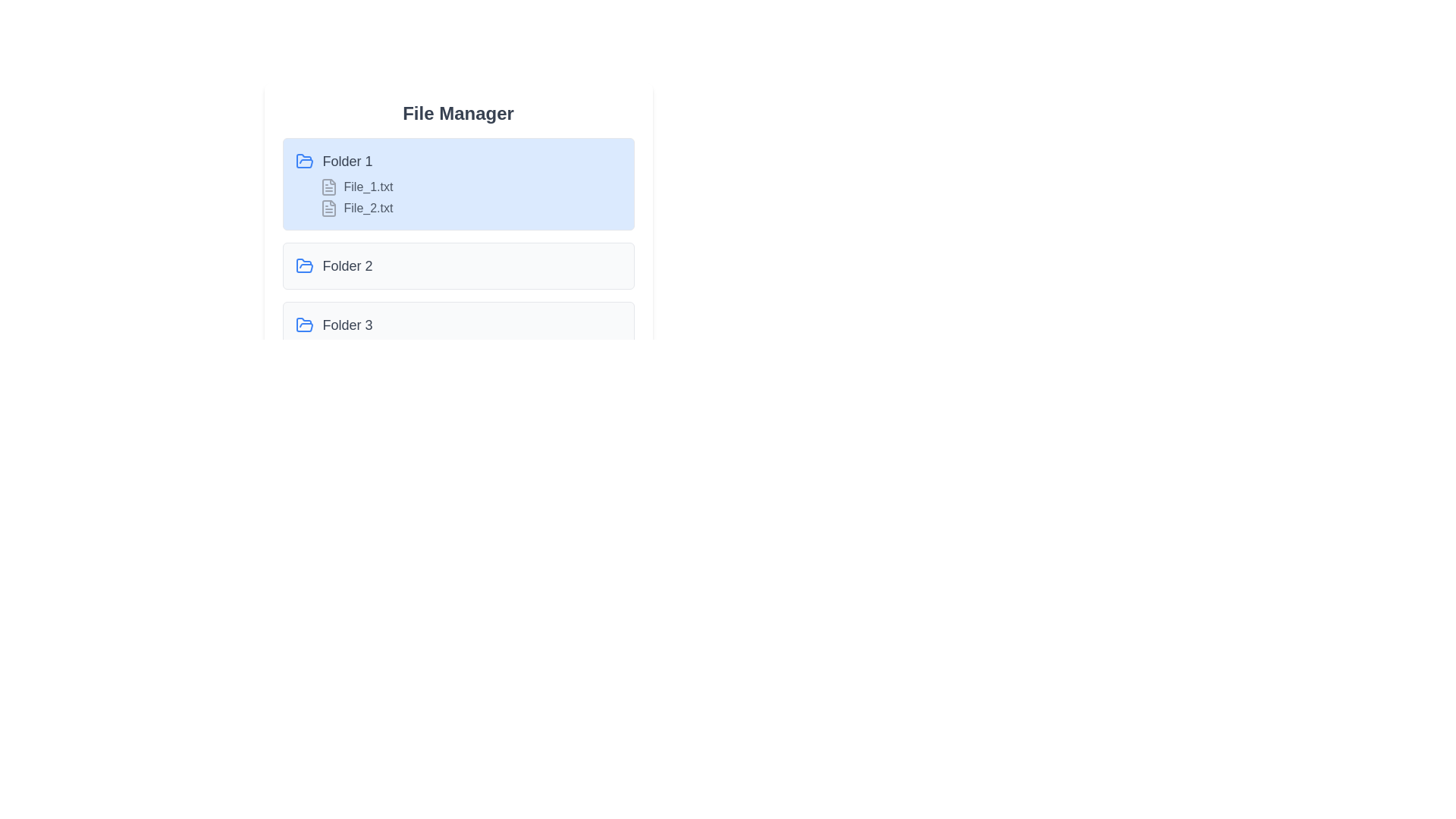 This screenshot has width=1456, height=819. I want to click on the text label representing the name of the folder, located as the third entry under the 'File Manager' title, so click(347, 324).